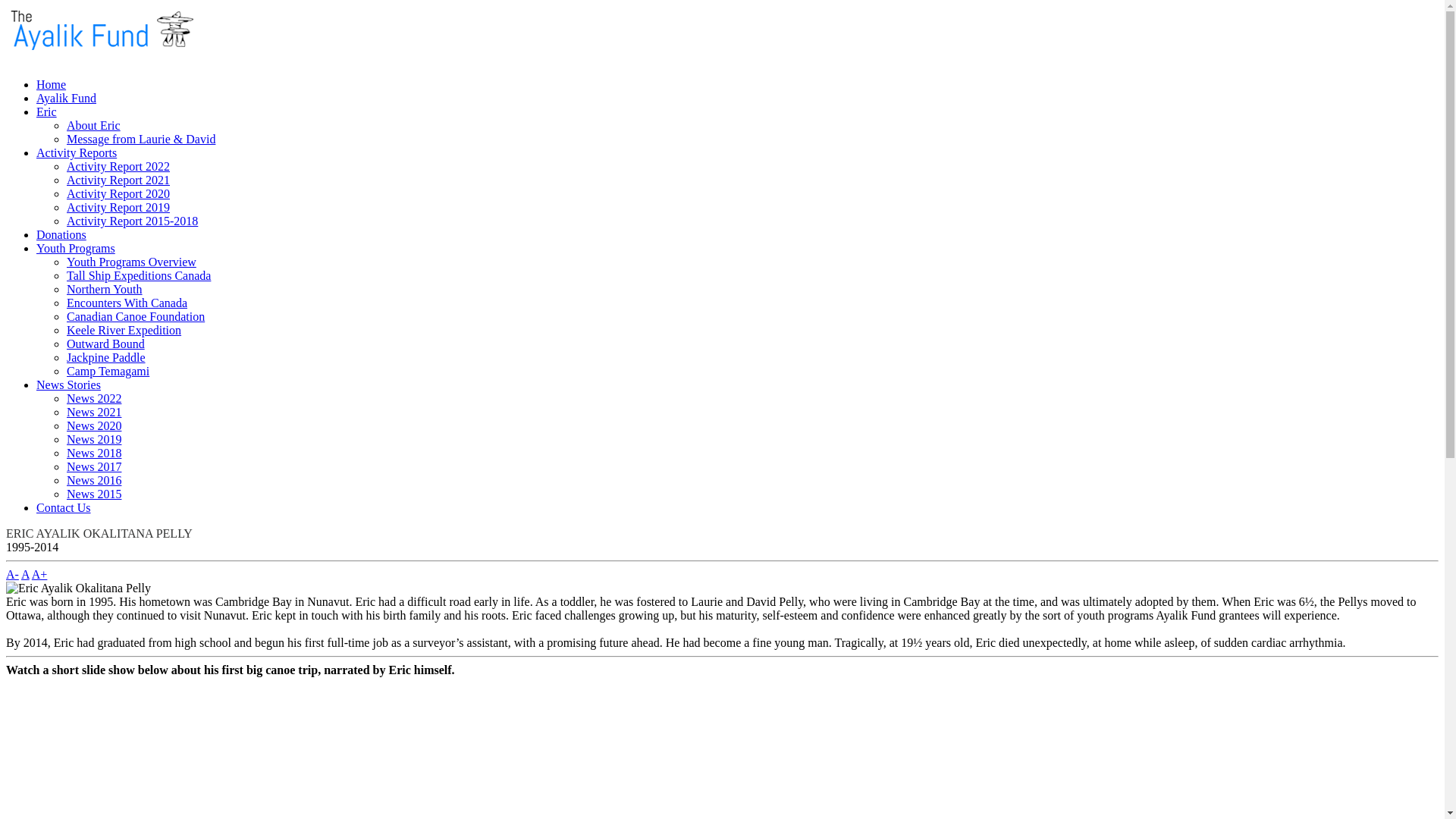  What do you see at coordinates (131, 261) in the screenshot?
I see `'Youth Programs Overview'` at bounding box center [131, 261].